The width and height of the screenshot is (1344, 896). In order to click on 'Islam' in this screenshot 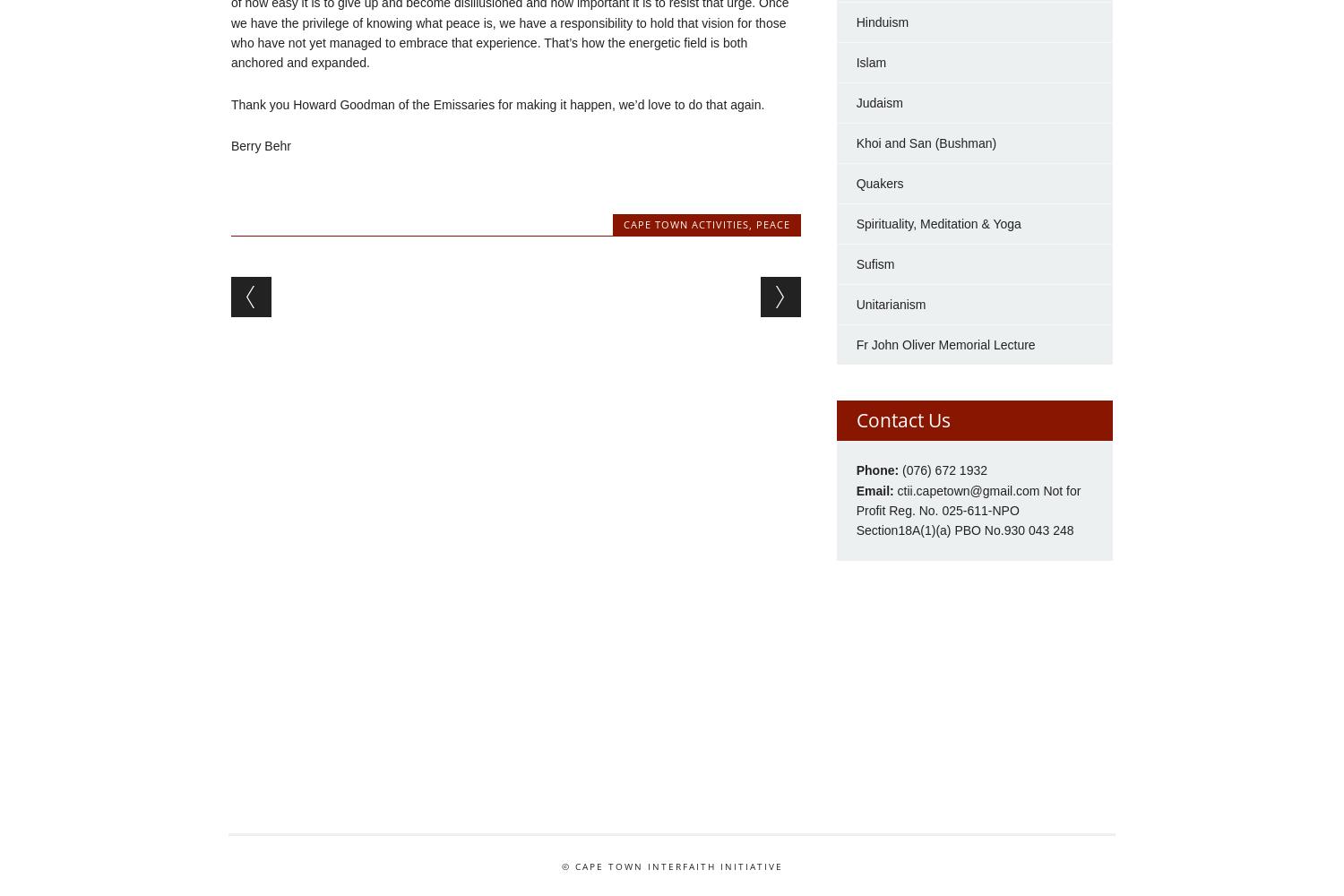, I will do `click(855, 61)`.